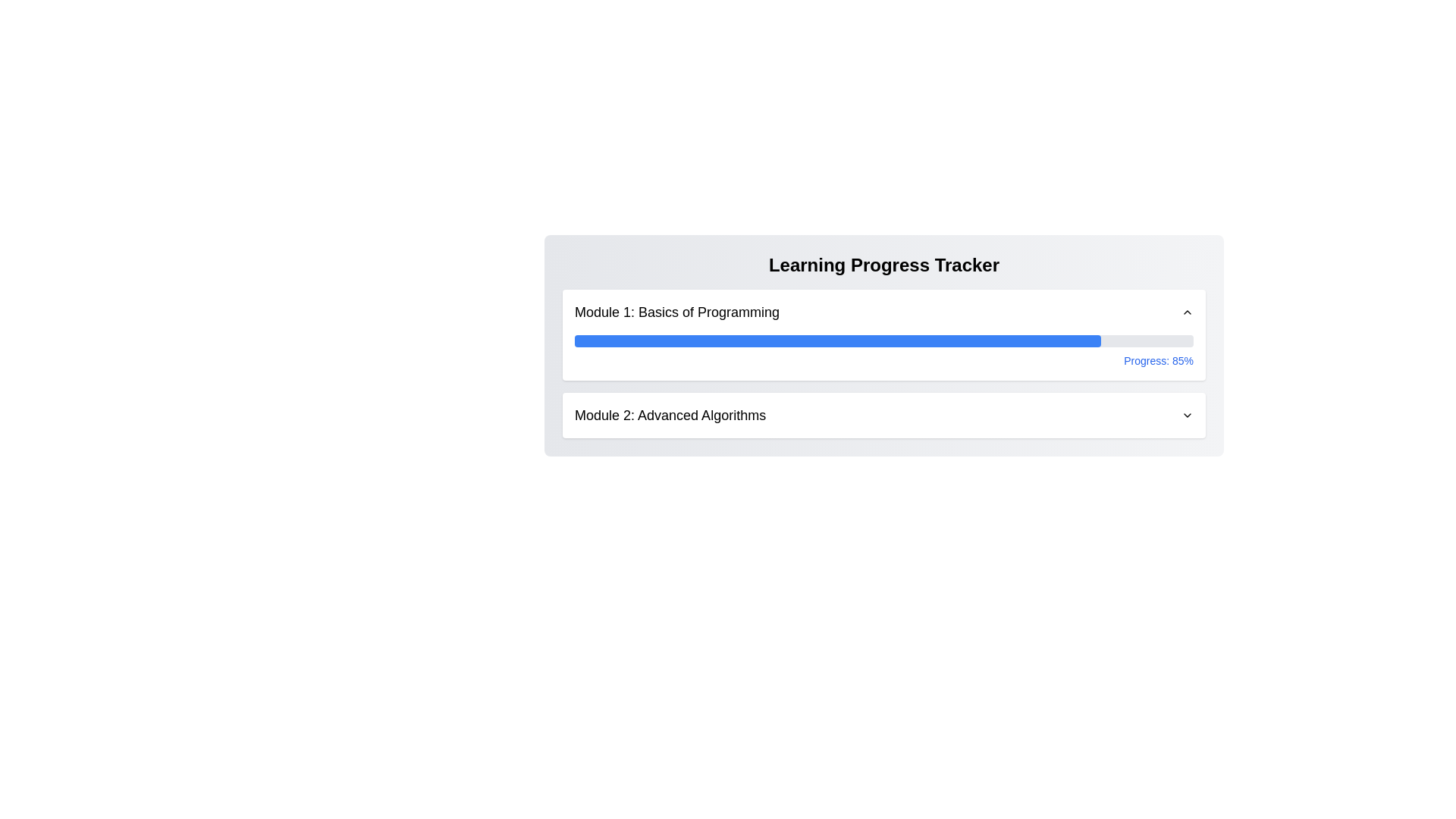 The width and height of the screenshot is (1456, 819). What do you see at coordinates (884, 351) in the screenshot?
I see `displayed progress percentage from the progress bar for 'Module 1: Basics of Programming', which is centrally located within its bounding box` at bounding box center [884, 351].